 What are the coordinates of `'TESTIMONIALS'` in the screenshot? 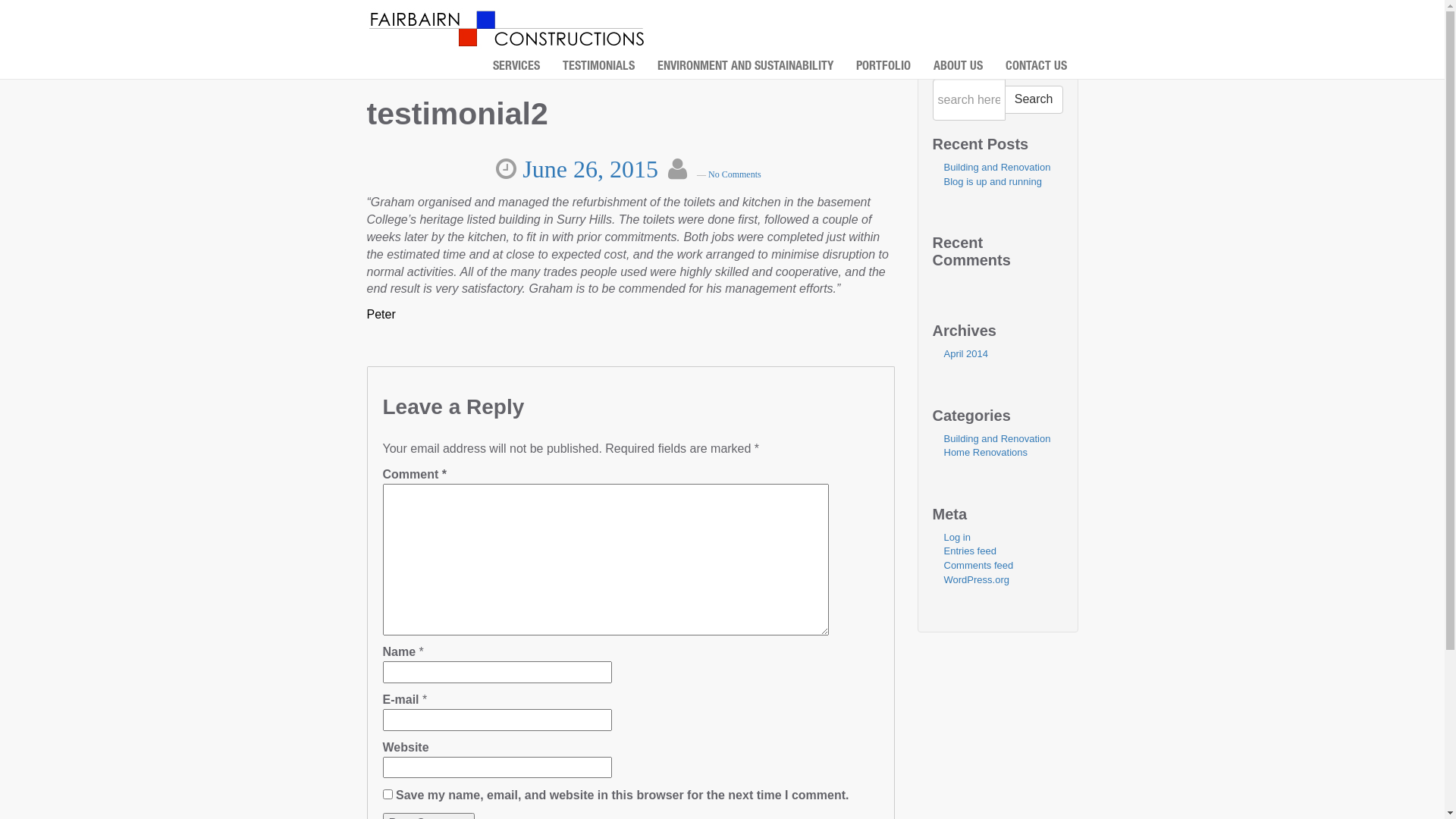 It's located at (597, 66).